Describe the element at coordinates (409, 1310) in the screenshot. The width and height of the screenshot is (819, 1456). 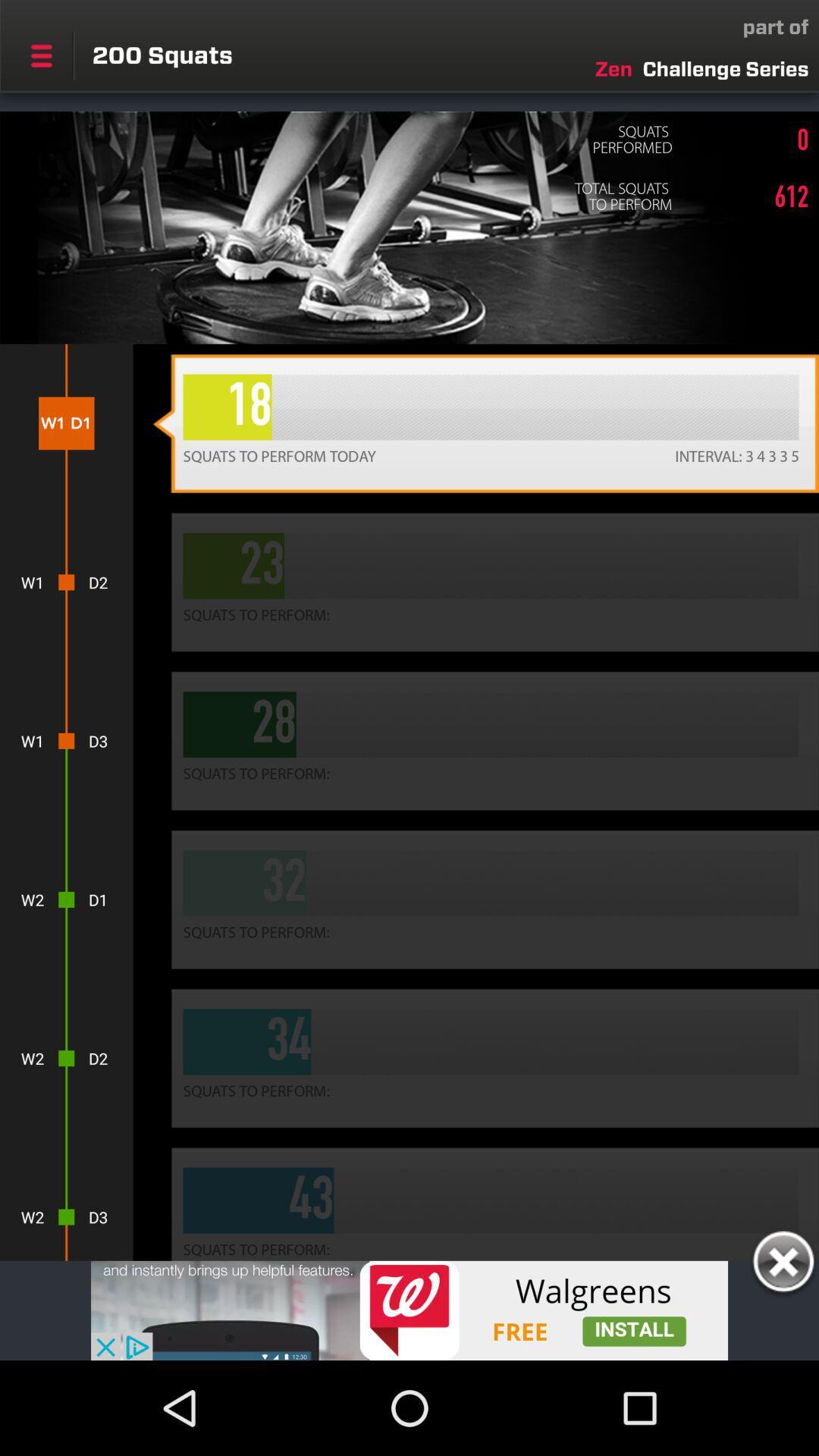
I see `open advertisement` at that location.